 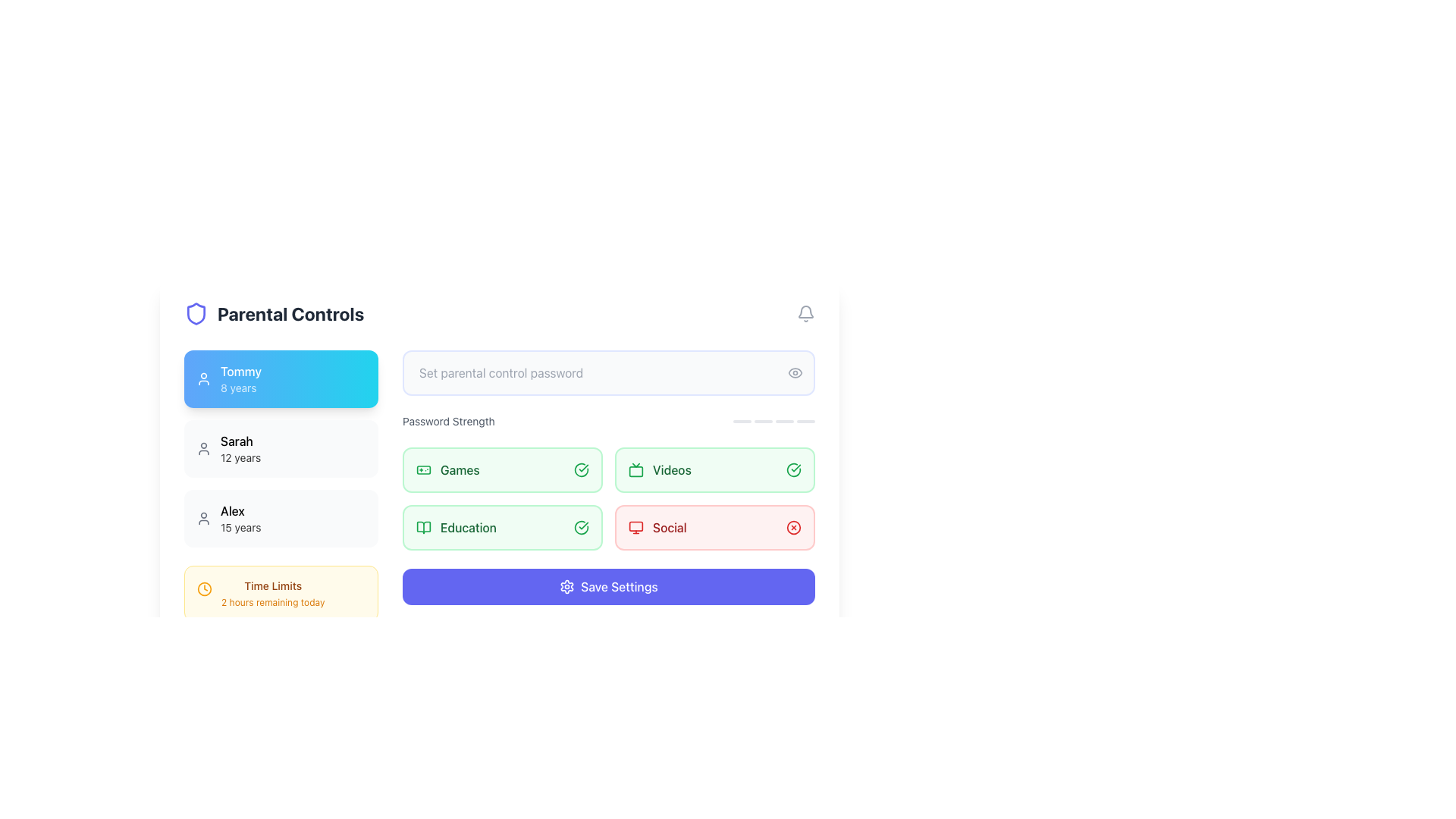 I want to click on label displaying the name 'Alex' in bold style, which is the third entry in the user listing section, so click(x=240, y=511).